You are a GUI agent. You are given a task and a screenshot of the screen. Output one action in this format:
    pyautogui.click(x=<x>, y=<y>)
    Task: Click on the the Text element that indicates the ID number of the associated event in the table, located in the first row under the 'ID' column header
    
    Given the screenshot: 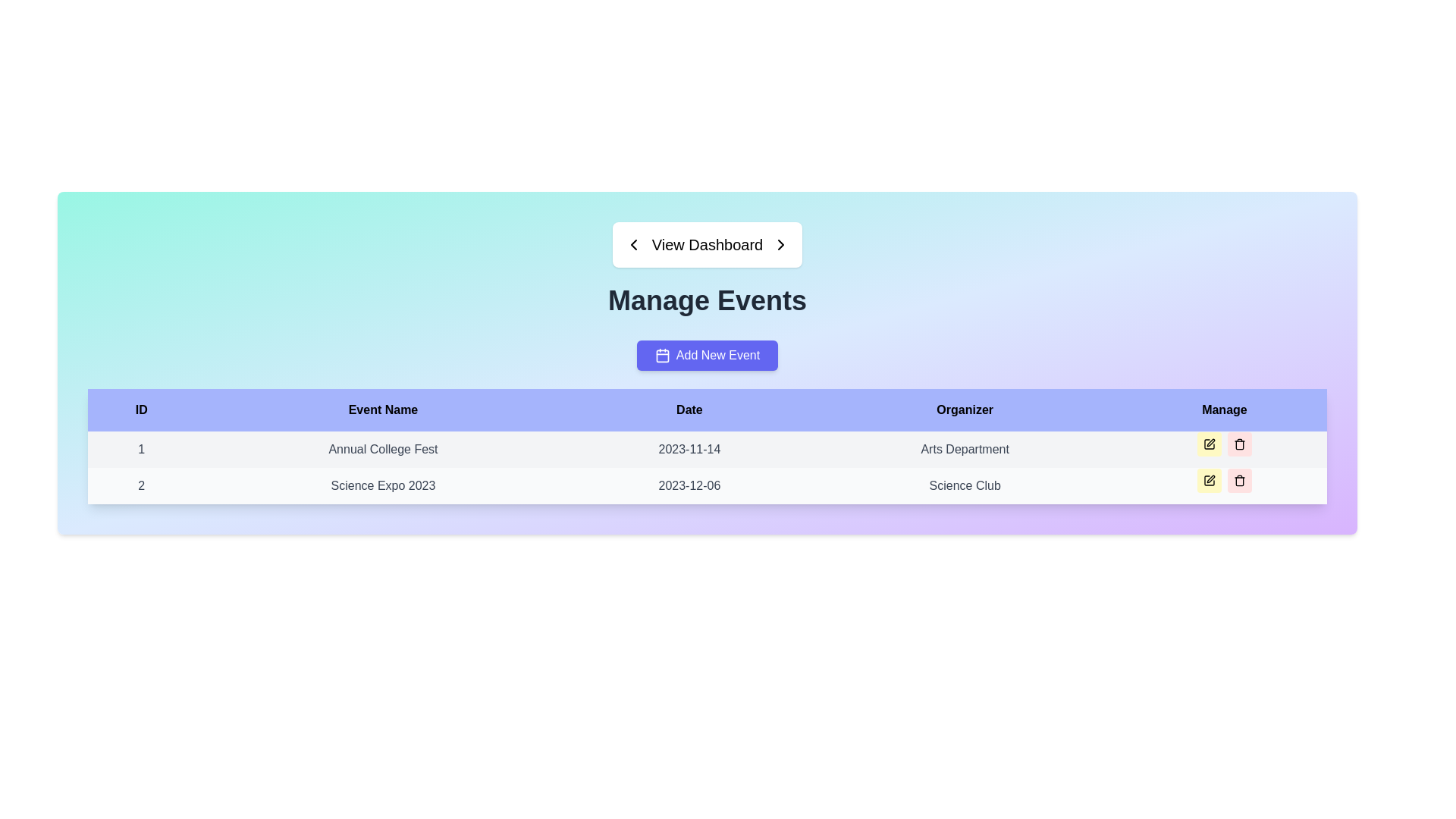 What is the action you would take?
    pyautogui.click(x=141, y=449)
    